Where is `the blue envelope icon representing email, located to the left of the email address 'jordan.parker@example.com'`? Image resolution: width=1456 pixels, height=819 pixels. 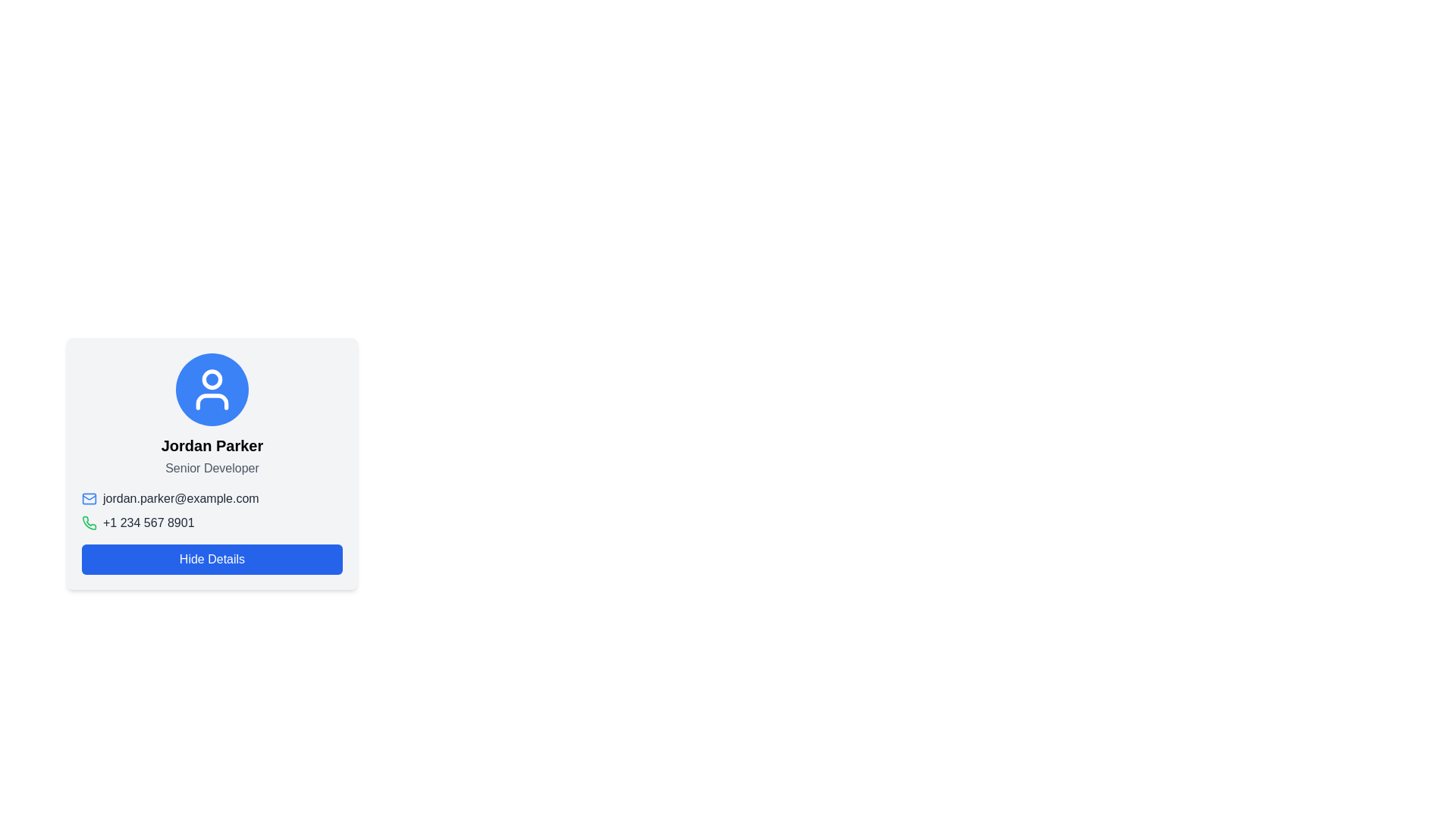
the blue envelope icon representing email, located to the left of the email address 'jordan.parker@example.com' is located at coordinates (89, 499).